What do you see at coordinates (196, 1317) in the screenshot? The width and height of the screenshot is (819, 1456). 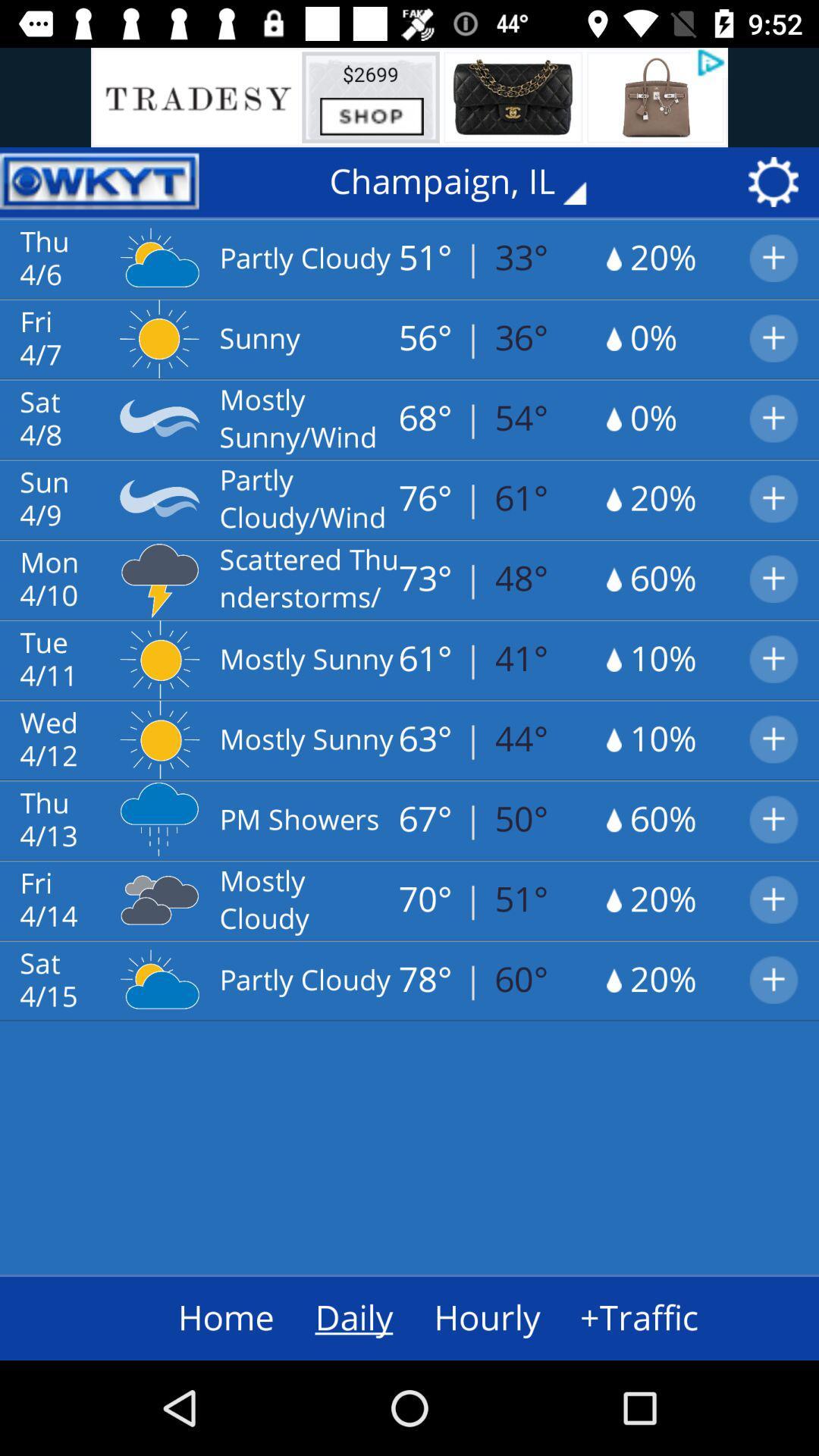 I see `home option` at bounding box center [196, 1317].